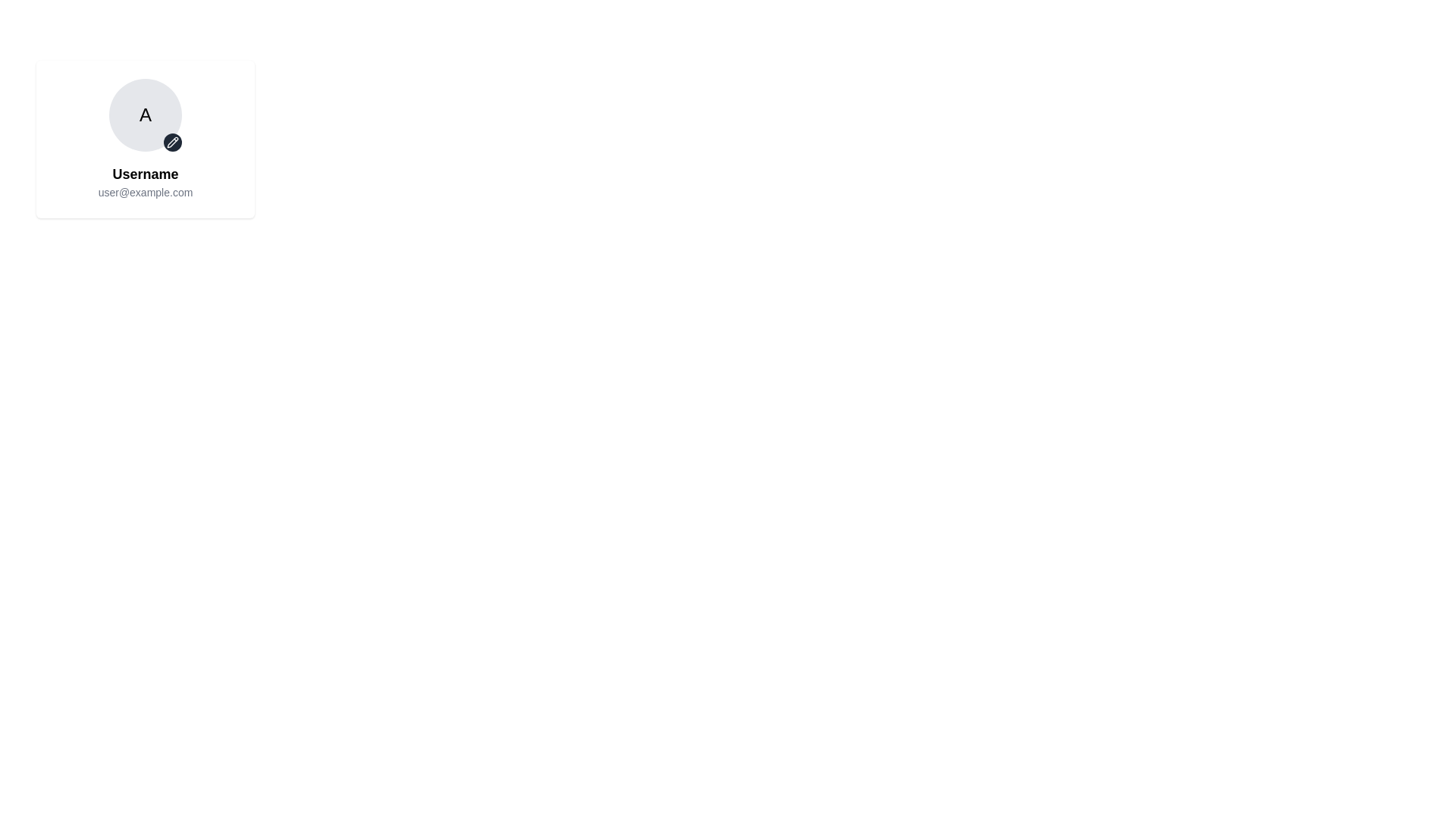 The height and width of the screenshot is (819, 1456). I want to click on the circular avatar with a gray background and the letter 'A', so click(146, 114).